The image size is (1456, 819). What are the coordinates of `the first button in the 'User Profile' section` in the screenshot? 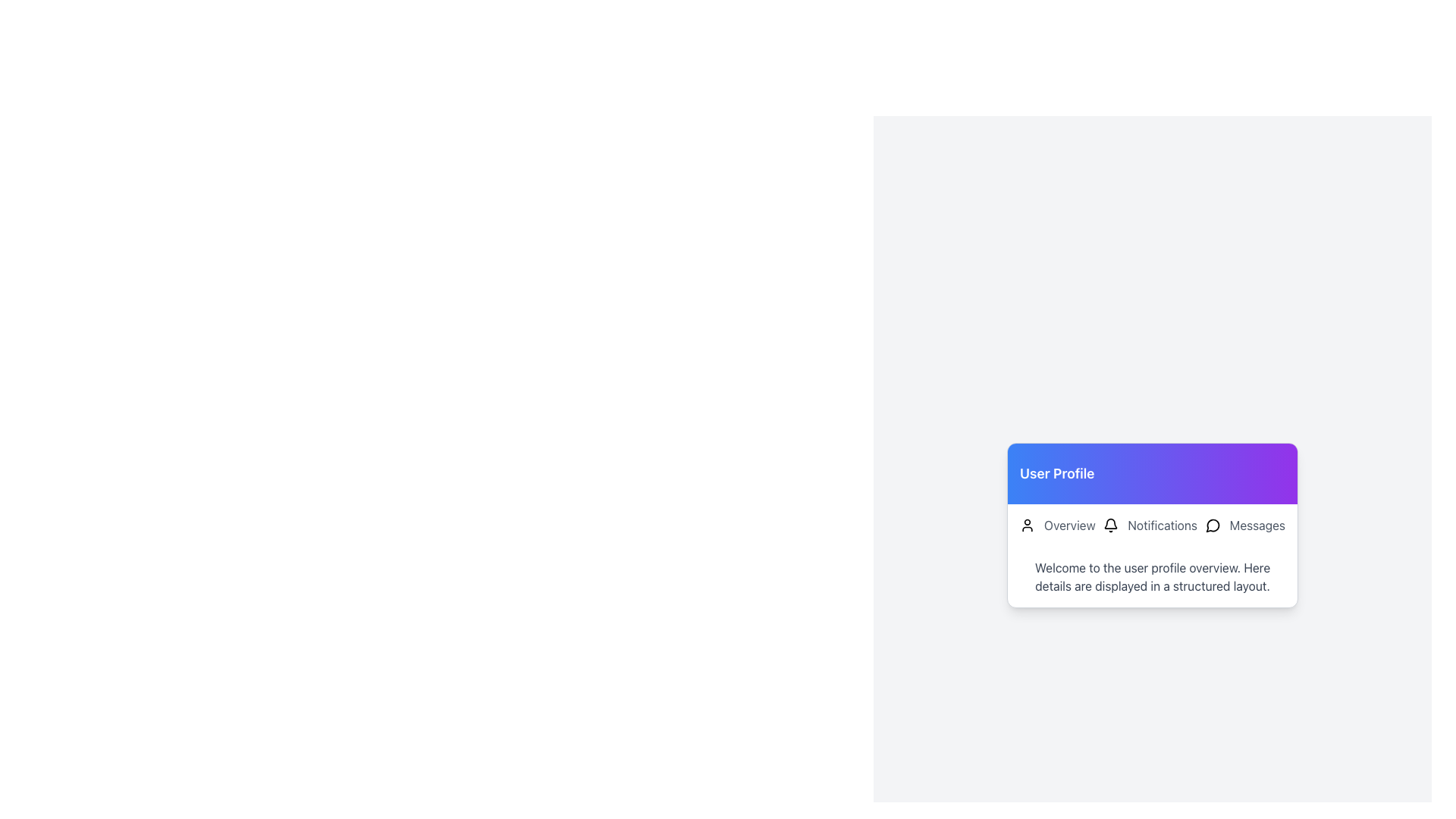 It's located at (1056, 525).